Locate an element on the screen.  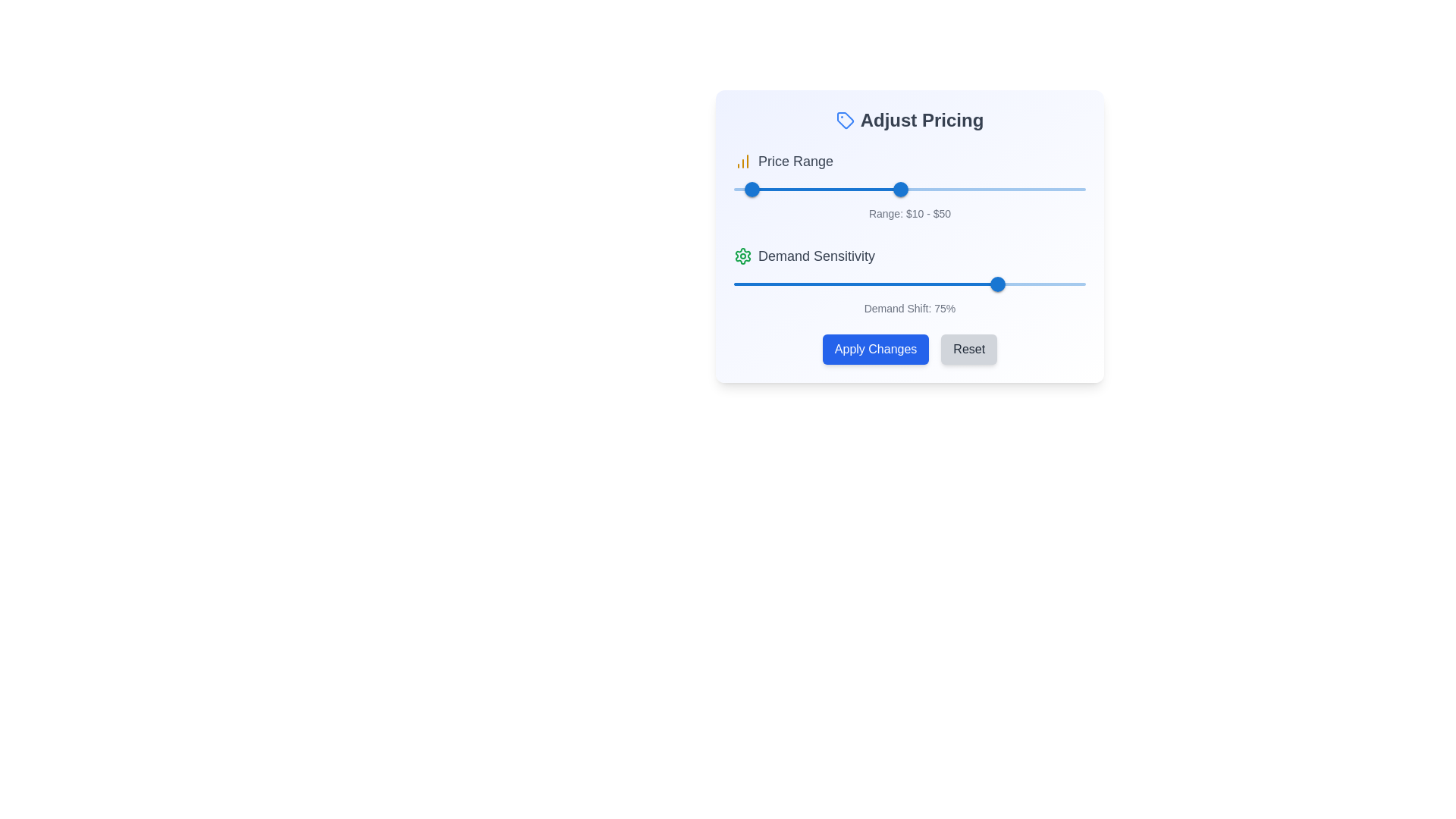
the price range slider is located at coordinates (893, 189).